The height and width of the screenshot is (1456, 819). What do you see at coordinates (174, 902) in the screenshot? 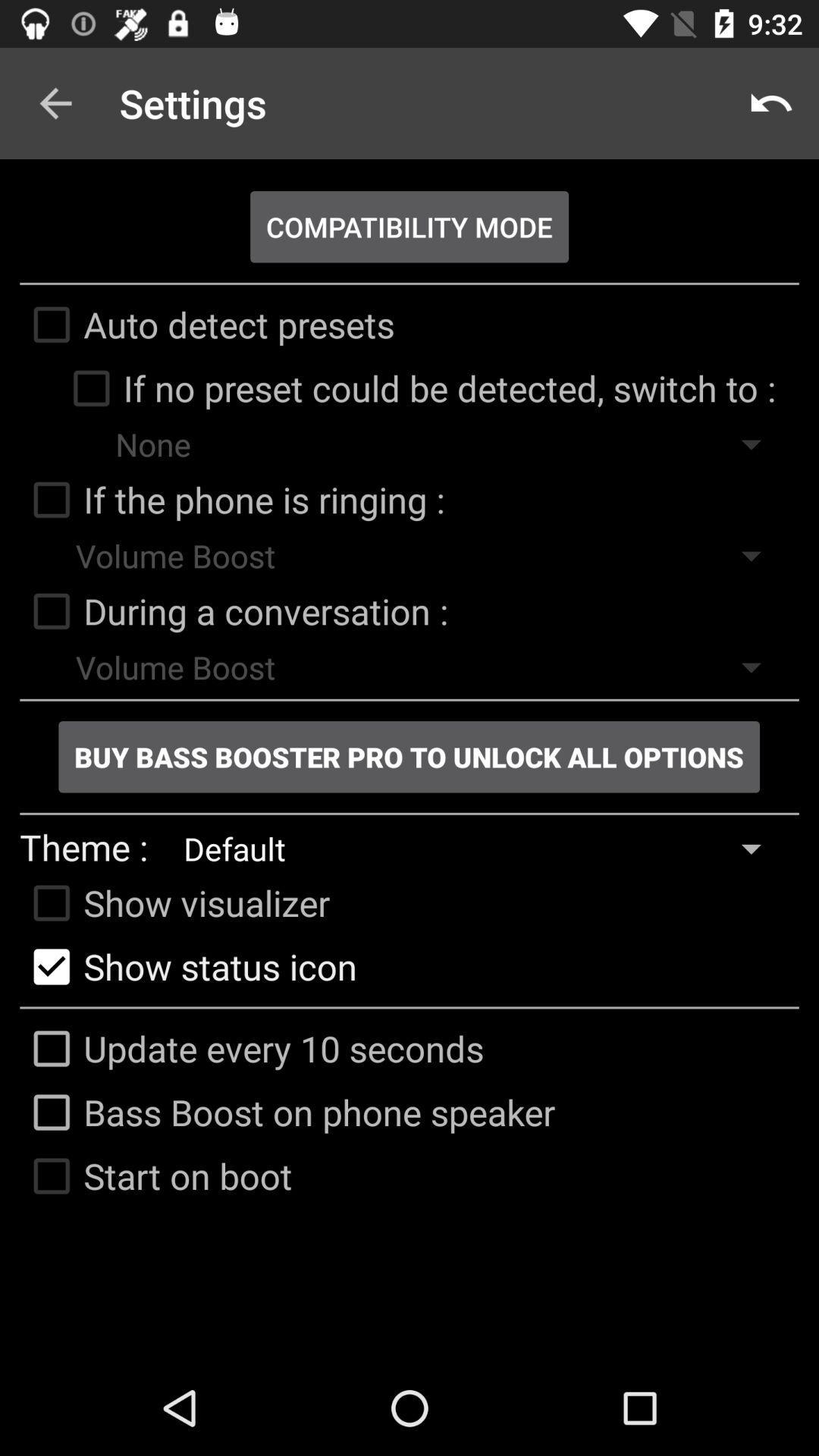
I see `the show visualizer item` at bounding box center [174, 902].